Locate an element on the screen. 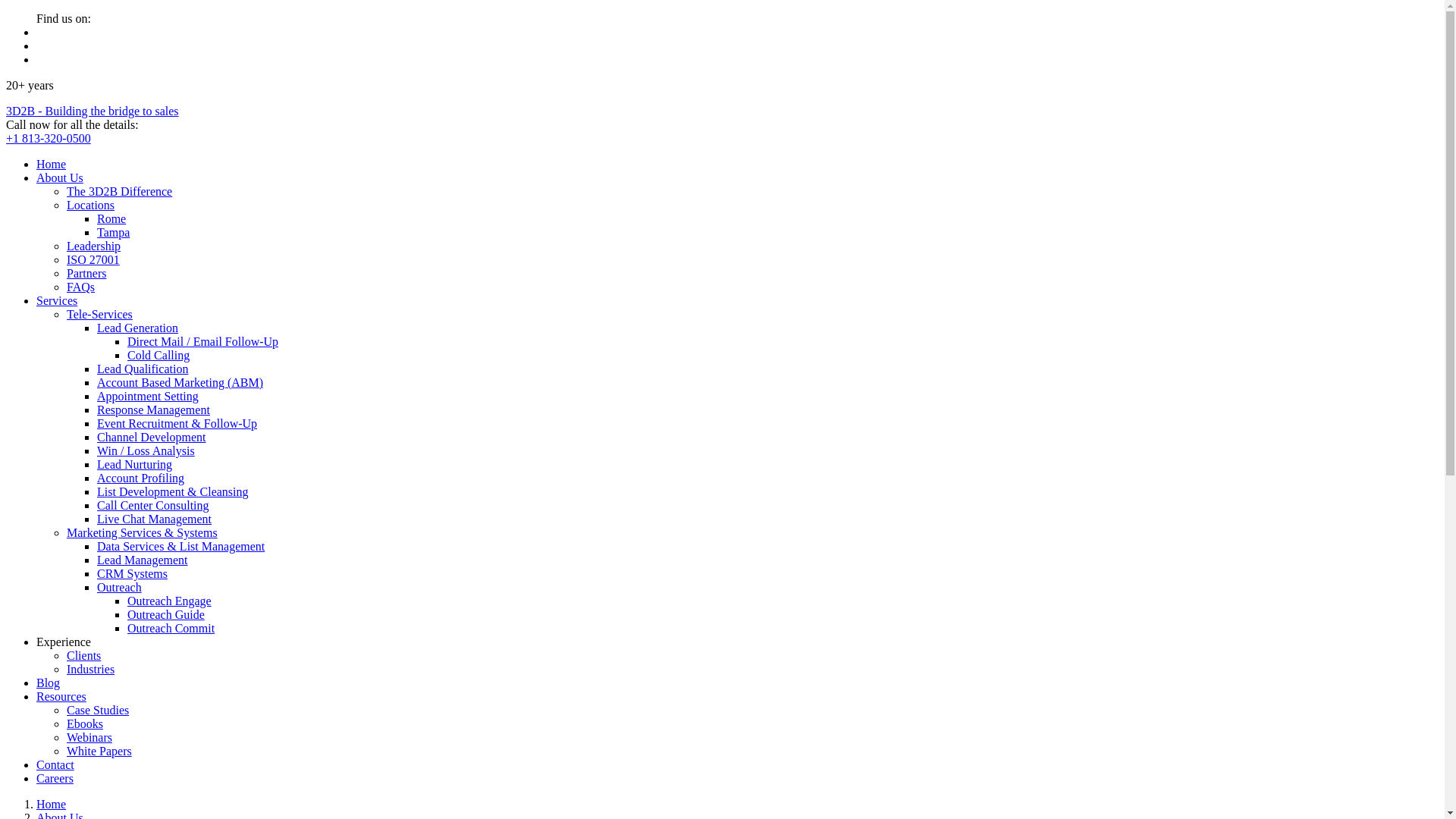 The width and height of the screenshot is (1456, 819). 'Skip to main content' is located at coordinates (6, 12).